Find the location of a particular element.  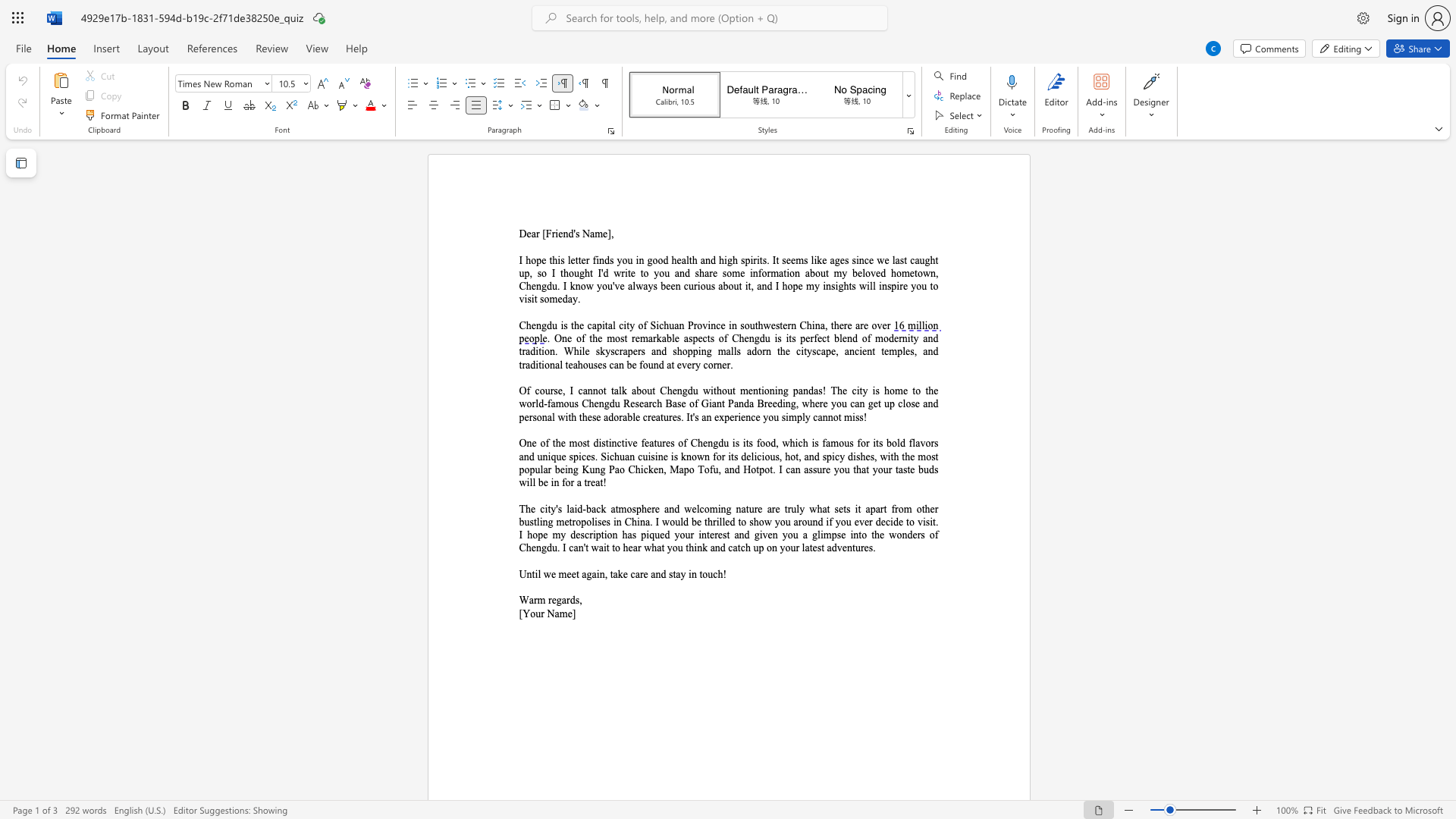

the space between the continuous character "d" and "u" in the text is located at coordinates (551, 325).